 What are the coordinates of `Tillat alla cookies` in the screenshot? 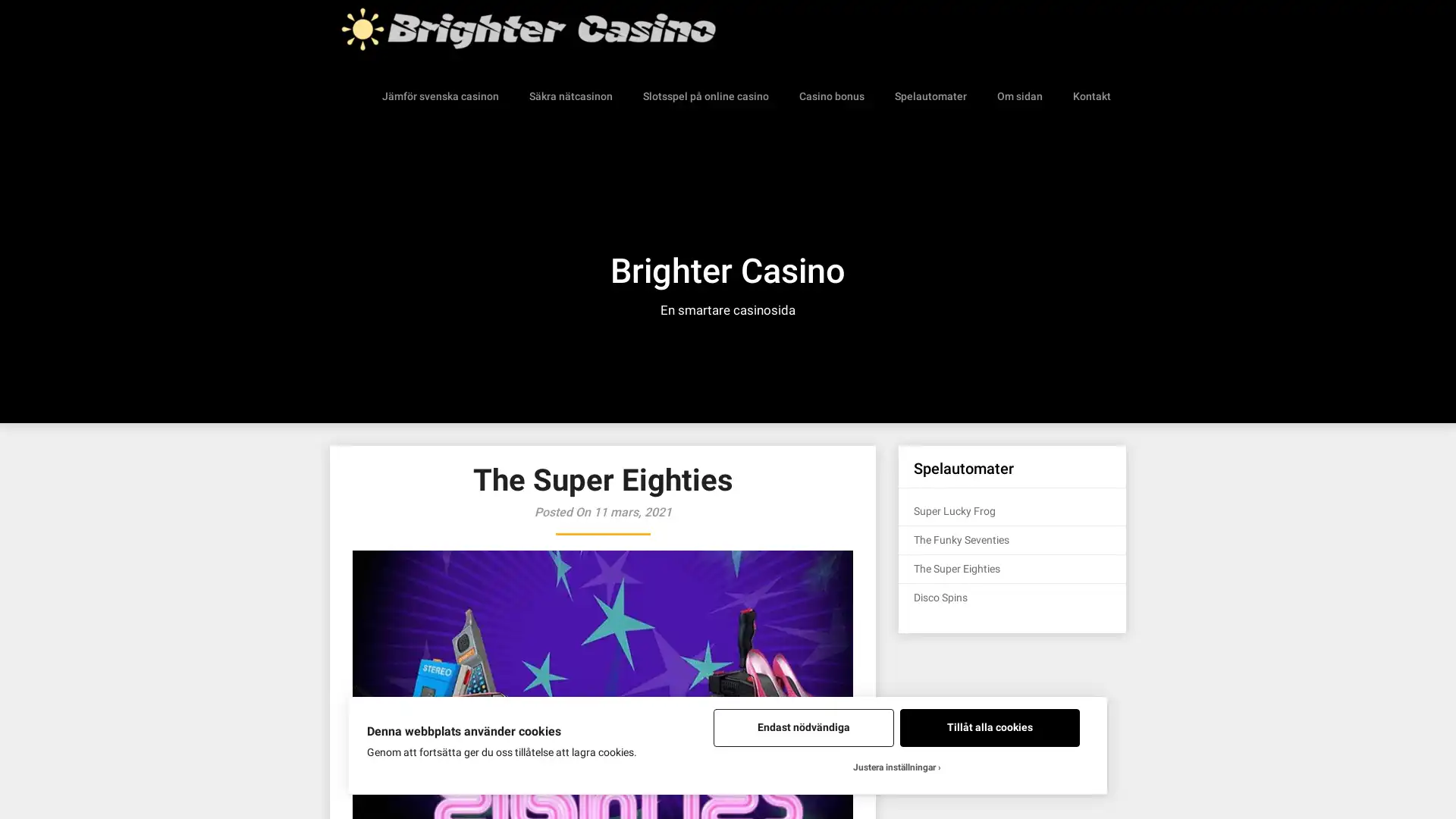 It's located at (990, 726).